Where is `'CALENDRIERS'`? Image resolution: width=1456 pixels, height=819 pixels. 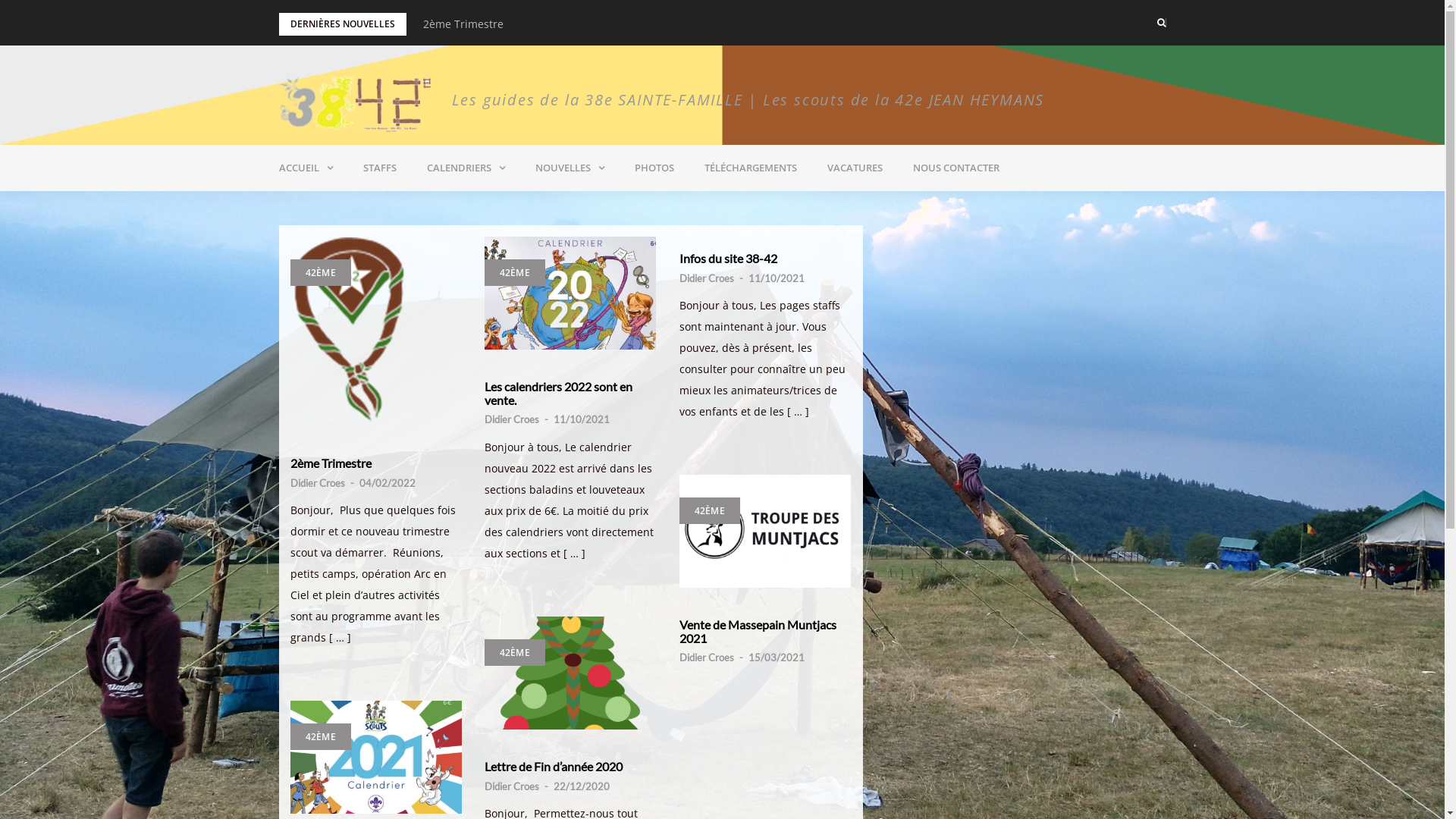 'CALENDRIERS' is located at coordinates (464, 168).